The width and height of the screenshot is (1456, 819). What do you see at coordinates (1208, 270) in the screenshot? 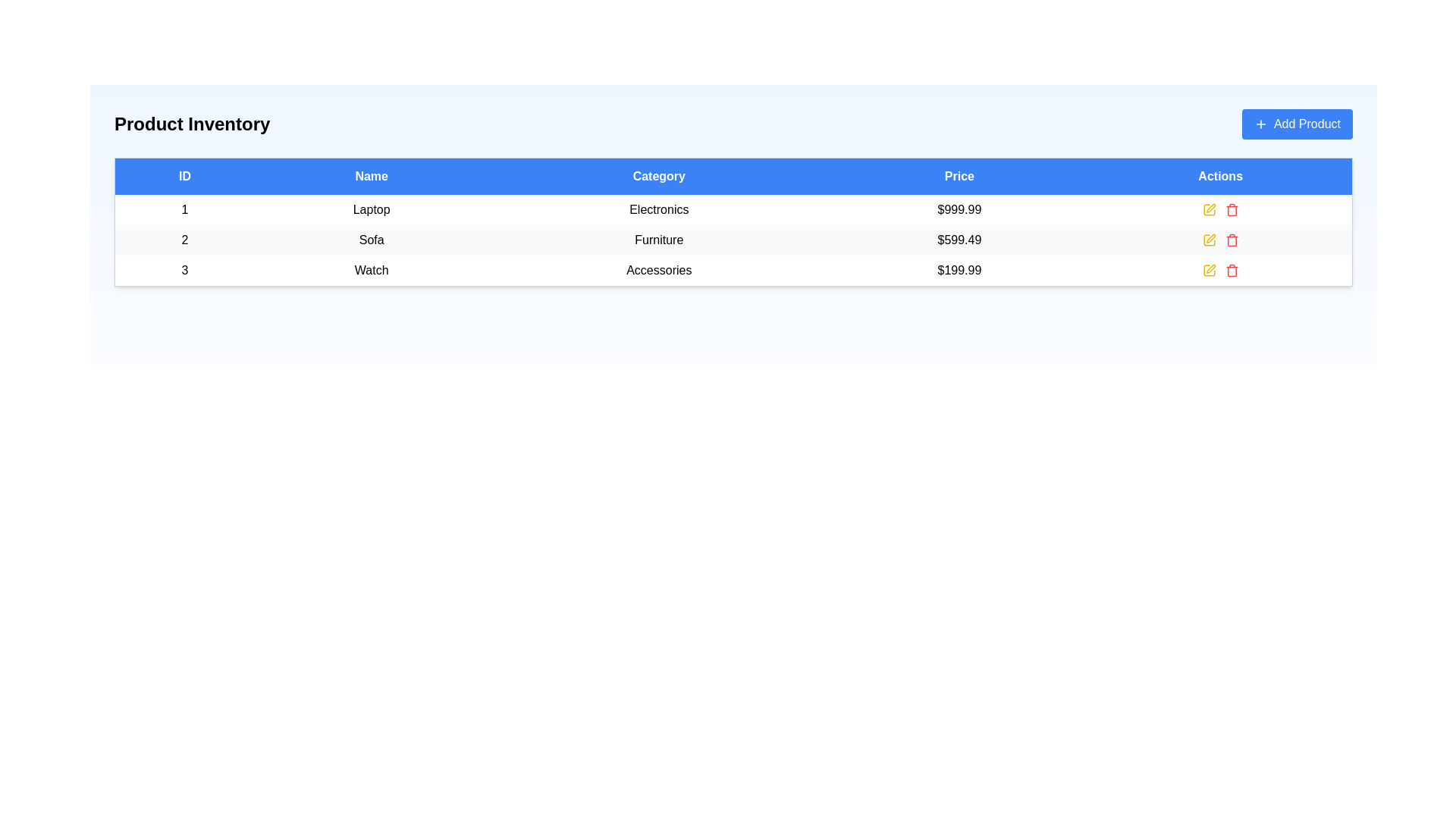
I see `the vector icon located in the last row of the table under the 'Actions' column for the item 'Watch', which is a square-shaped icon with additional stylistic markings` at bounding box center [1208, 270].